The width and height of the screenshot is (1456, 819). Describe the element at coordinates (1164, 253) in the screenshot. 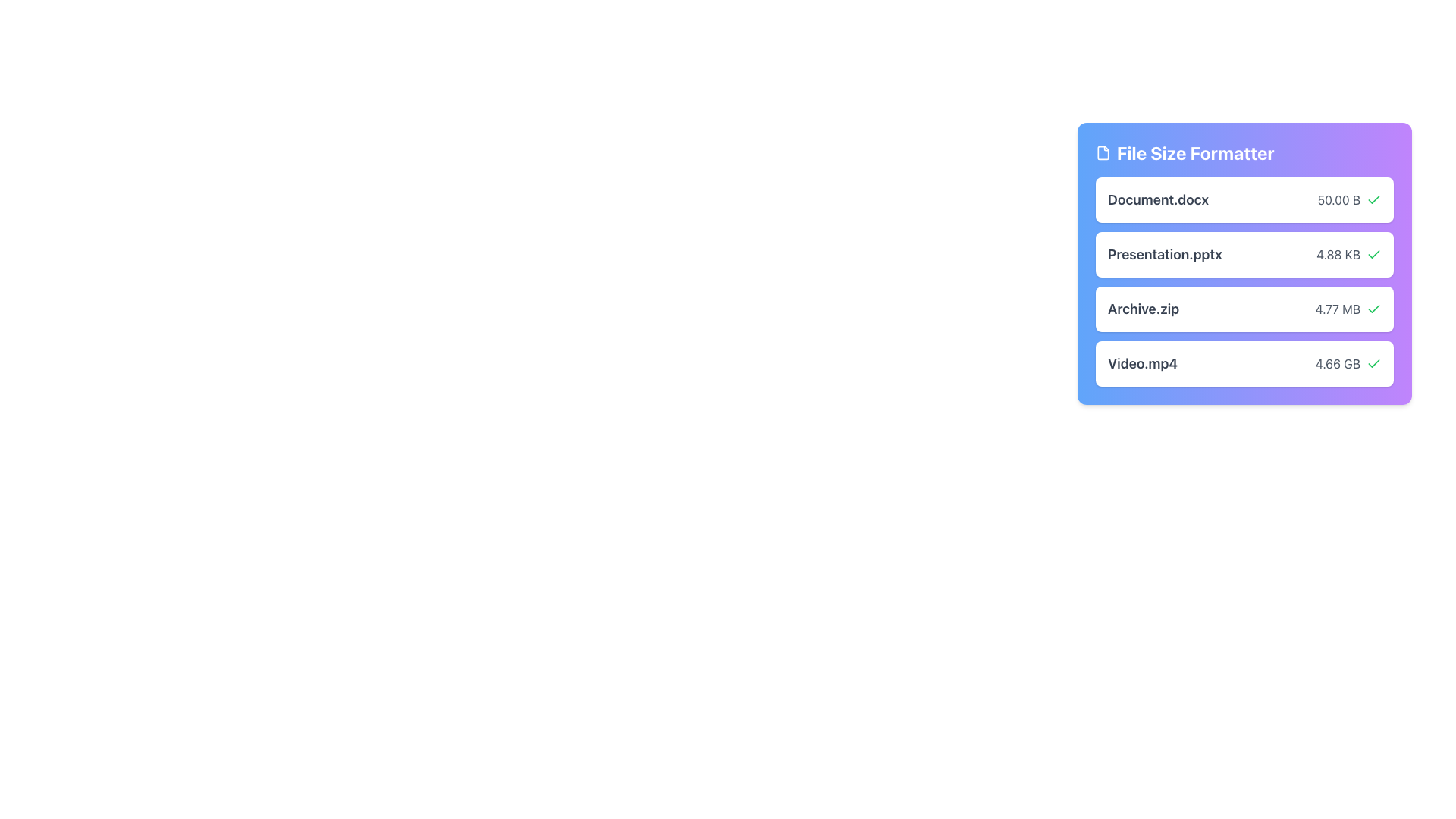

I see `text content of the label displaying the filename 'Presentation.pptx', which is styled in a large and bold font in dark gray, located in the second card of a vertically stacked list` at that location.